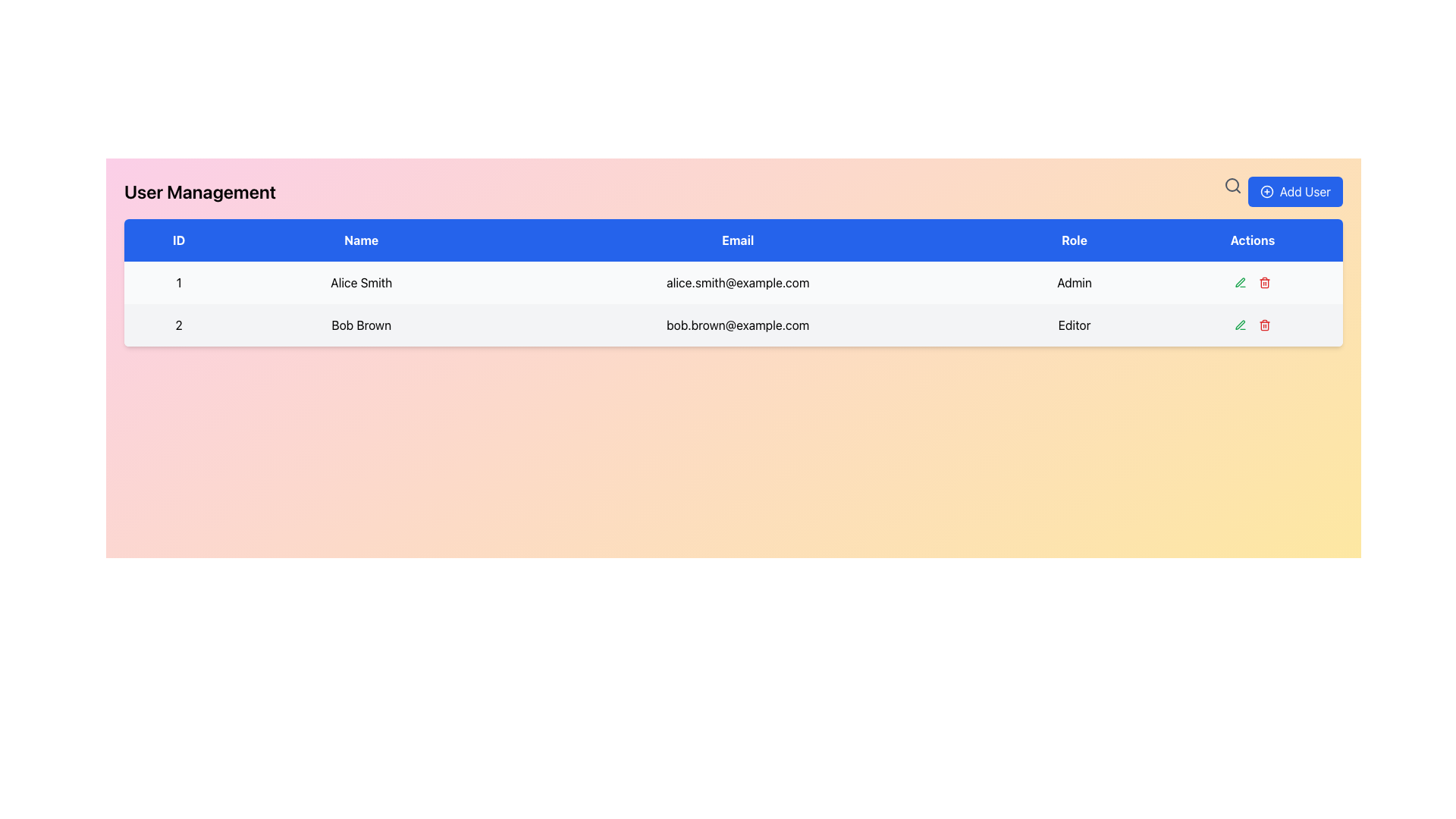 This screenshot has height=819, width=1456. Describe the element at coordinates (738, 283) in the screenshot. I see `the static text displaying the email address 'alice.smith@example.com', located in the 'Email' column of the row for 'Alice Smith' under the 'User Management' header` at that location.